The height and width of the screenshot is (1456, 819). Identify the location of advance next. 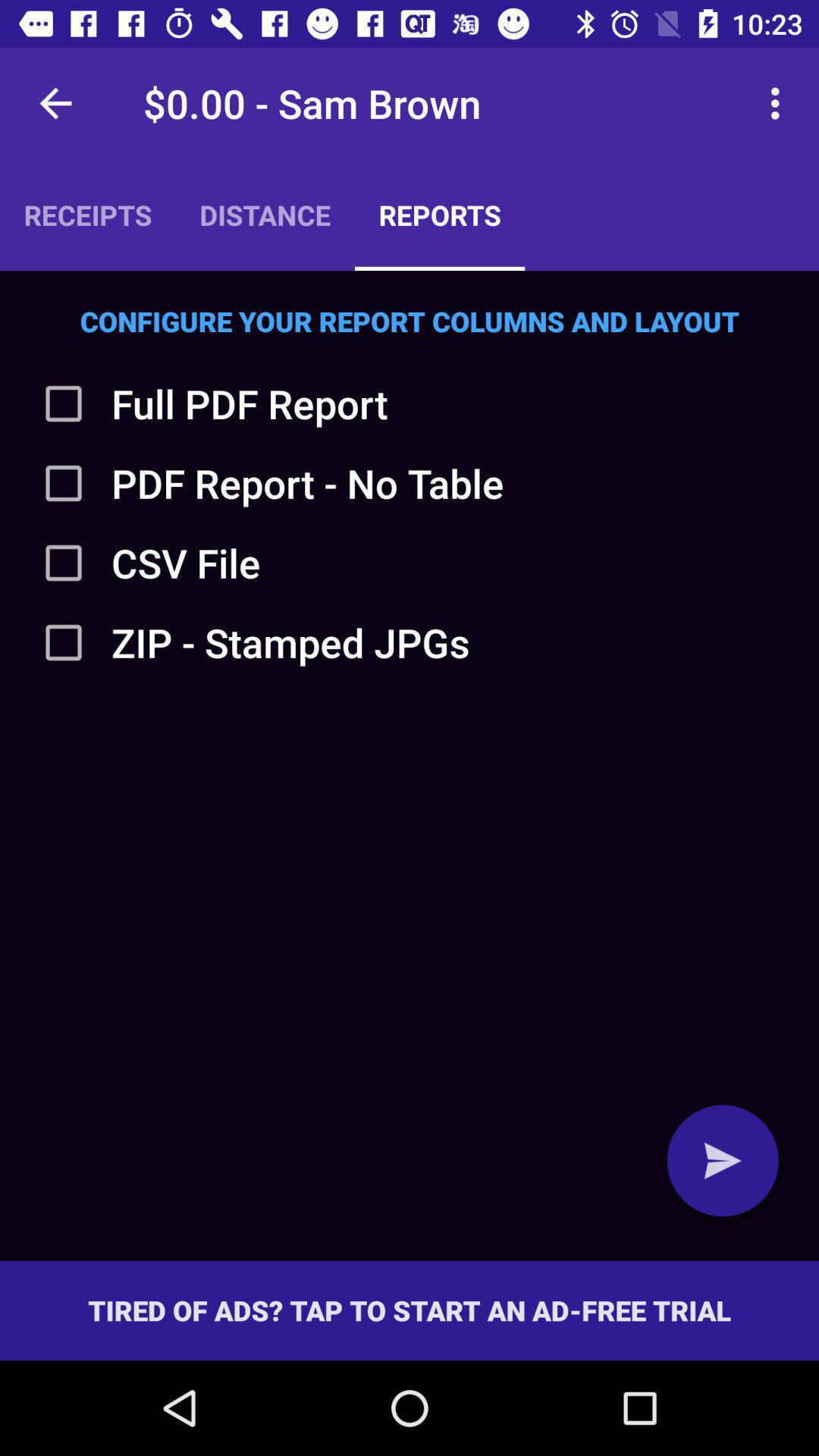
(722, 1159).